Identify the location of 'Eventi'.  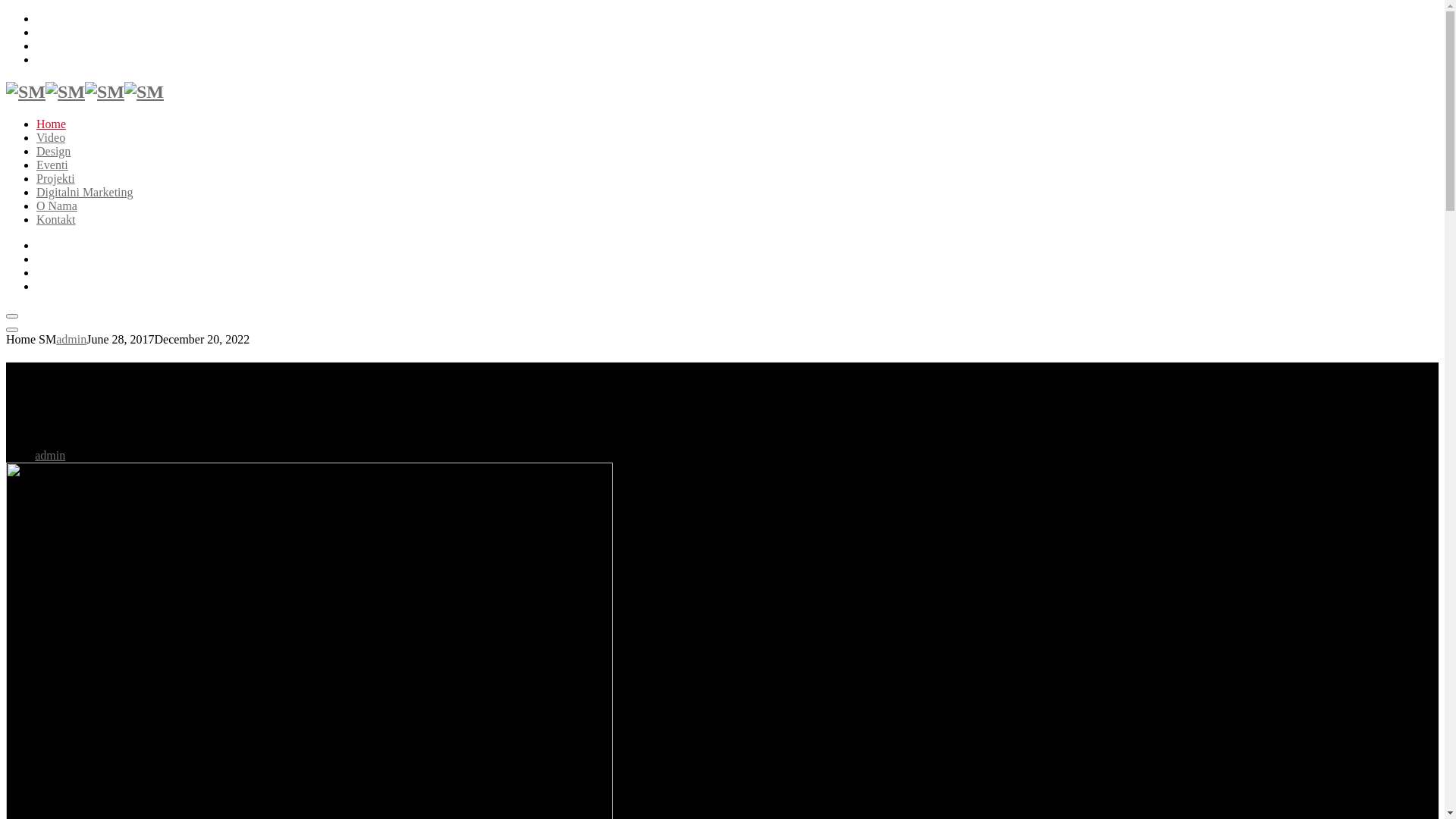
(52, 165).